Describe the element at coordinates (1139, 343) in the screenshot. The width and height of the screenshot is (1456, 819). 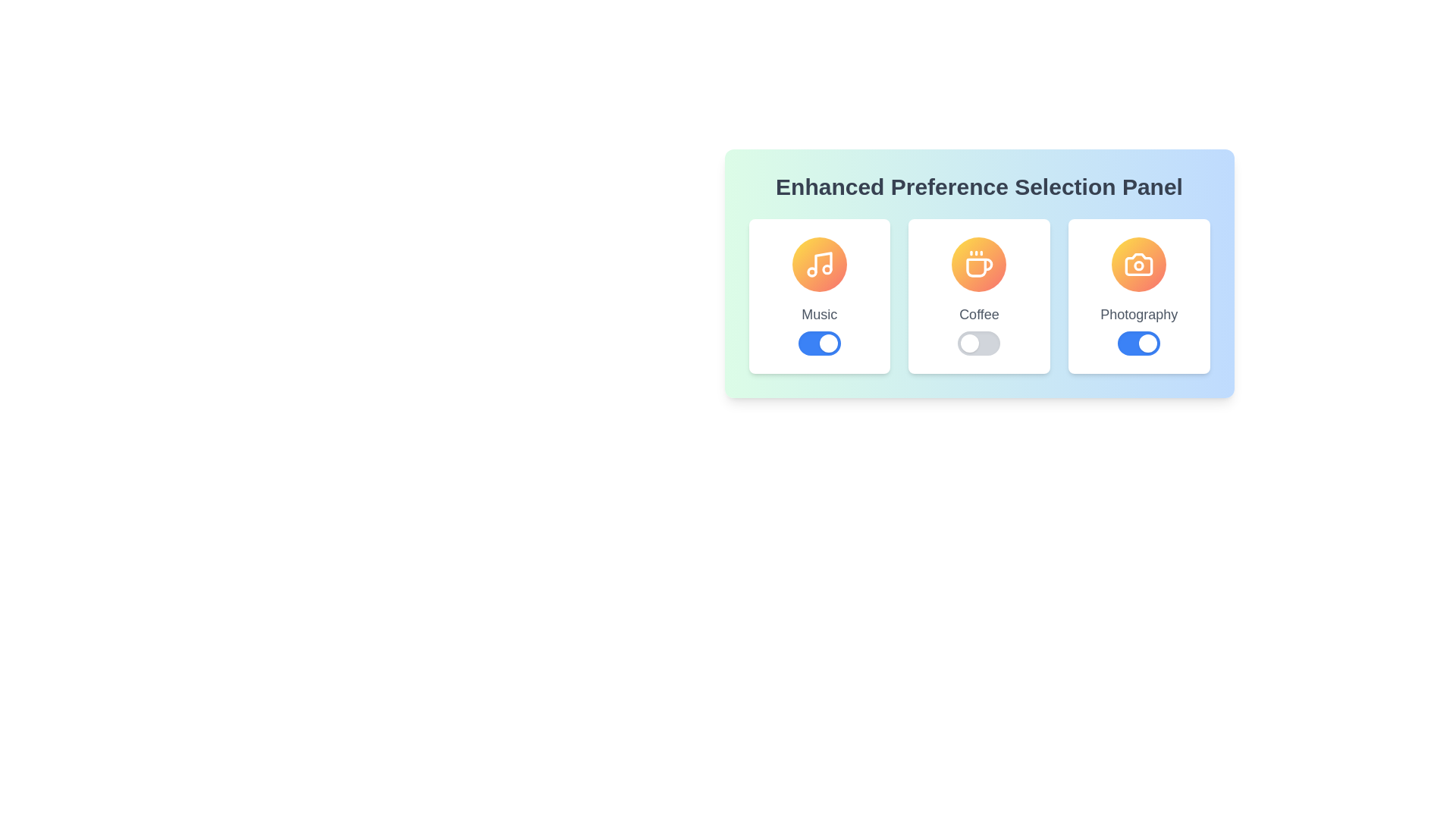
I see `the switch button for Photography to toggle its state` at that location.